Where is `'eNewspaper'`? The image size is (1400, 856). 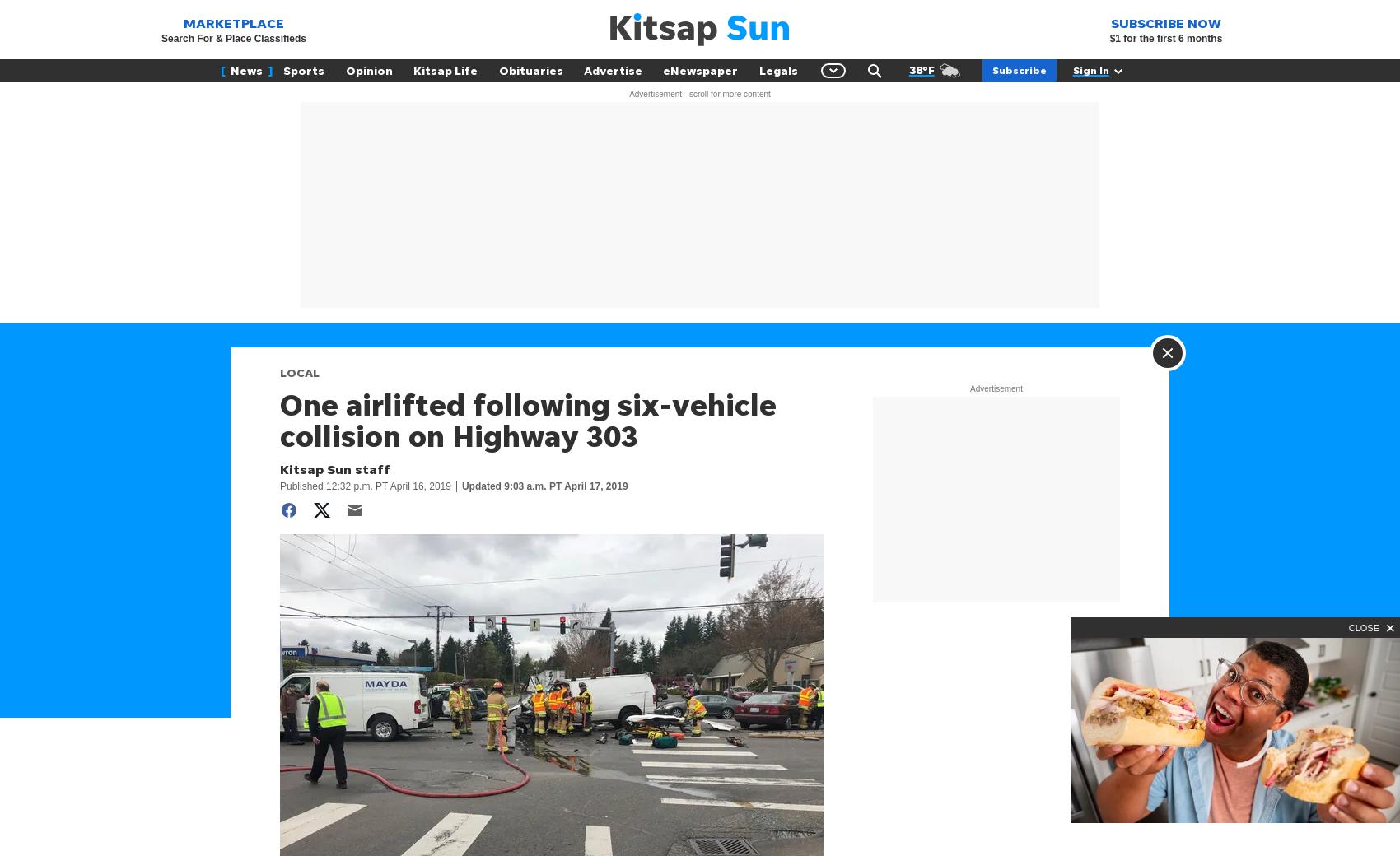
'eNewspaper' is located at coordinates (700, 69).